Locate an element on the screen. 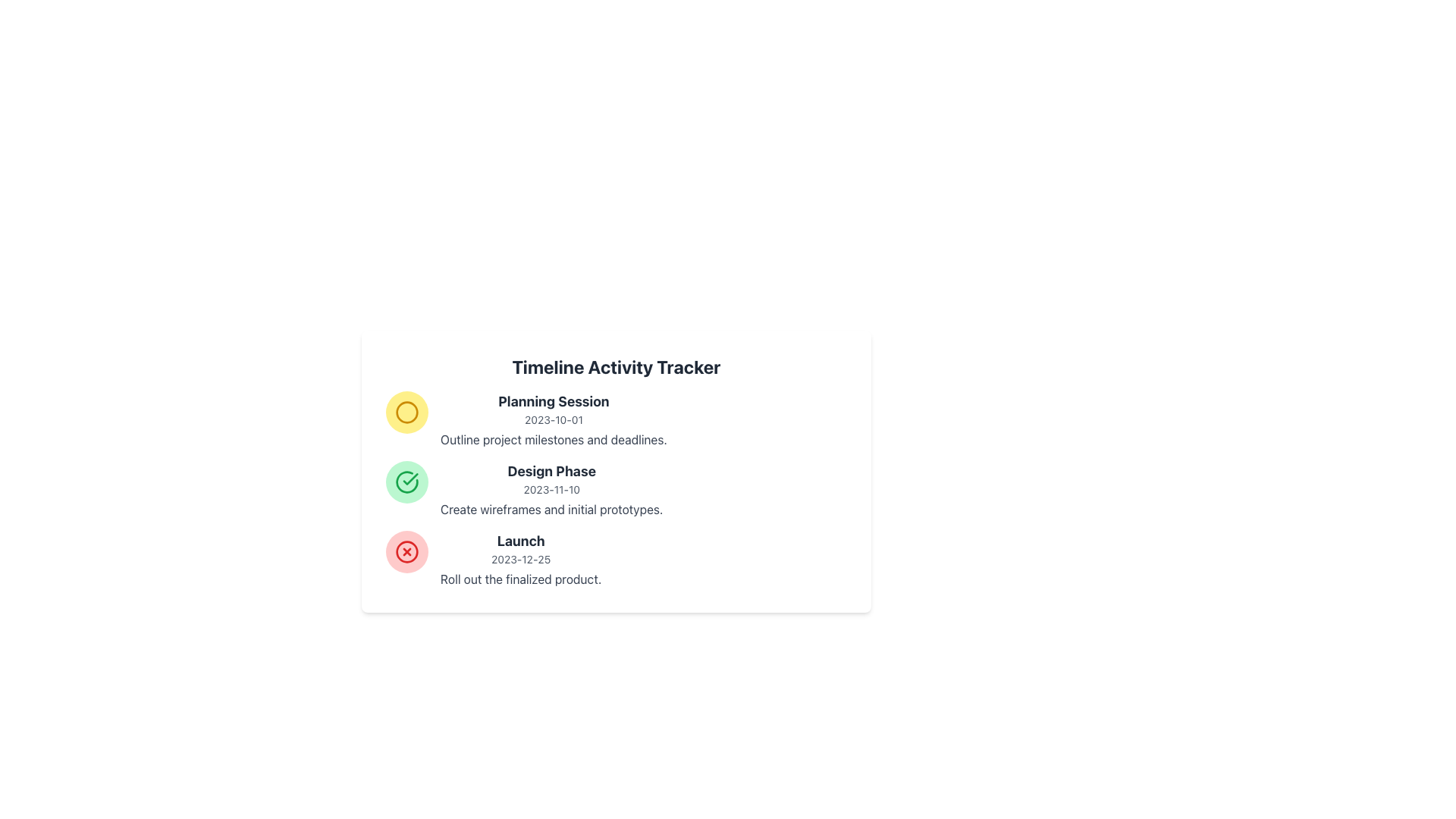  the circular icon with a yellow fill and orange border located at the upper-left corner of the 'Timeline Activity Tracker' section, preceding the label 'Planning Session' is located at coordinates (407, 412).